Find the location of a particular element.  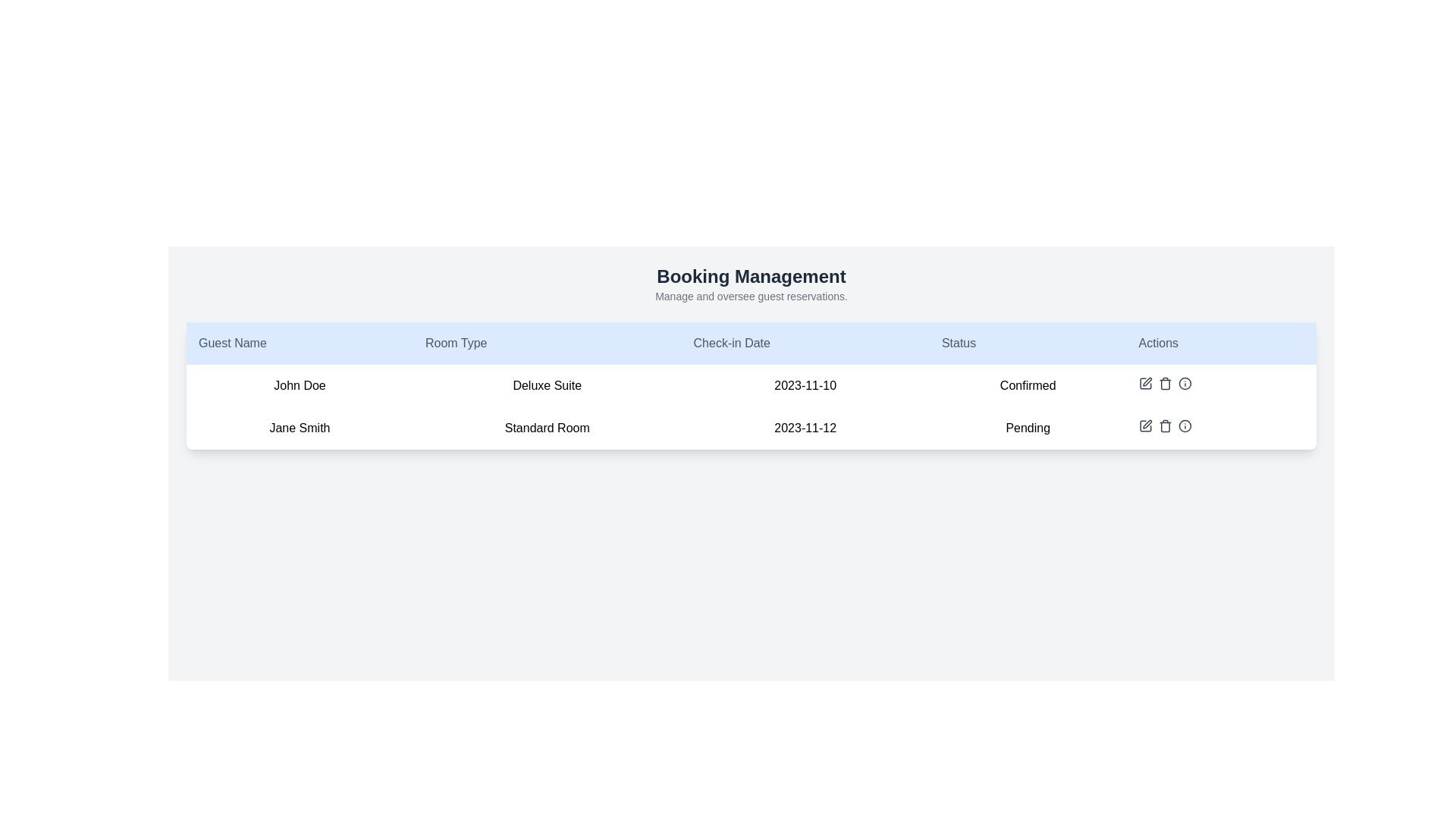

the trash bin icon button in the 'Actions' column of the second row, which highlights the icon in red is located at coordinates (1164, 426).